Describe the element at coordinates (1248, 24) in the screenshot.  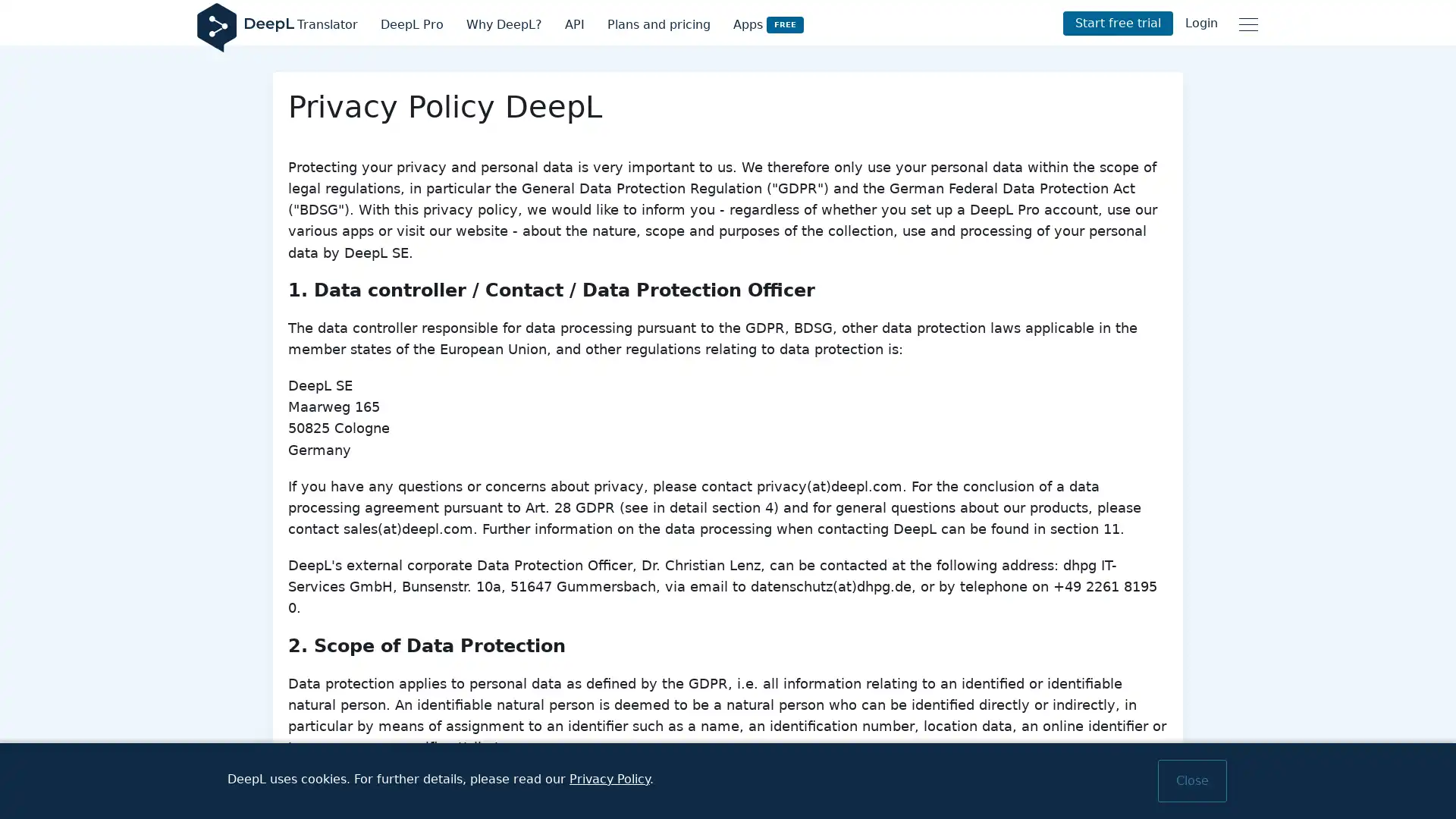
I see `Main menu` at that location.